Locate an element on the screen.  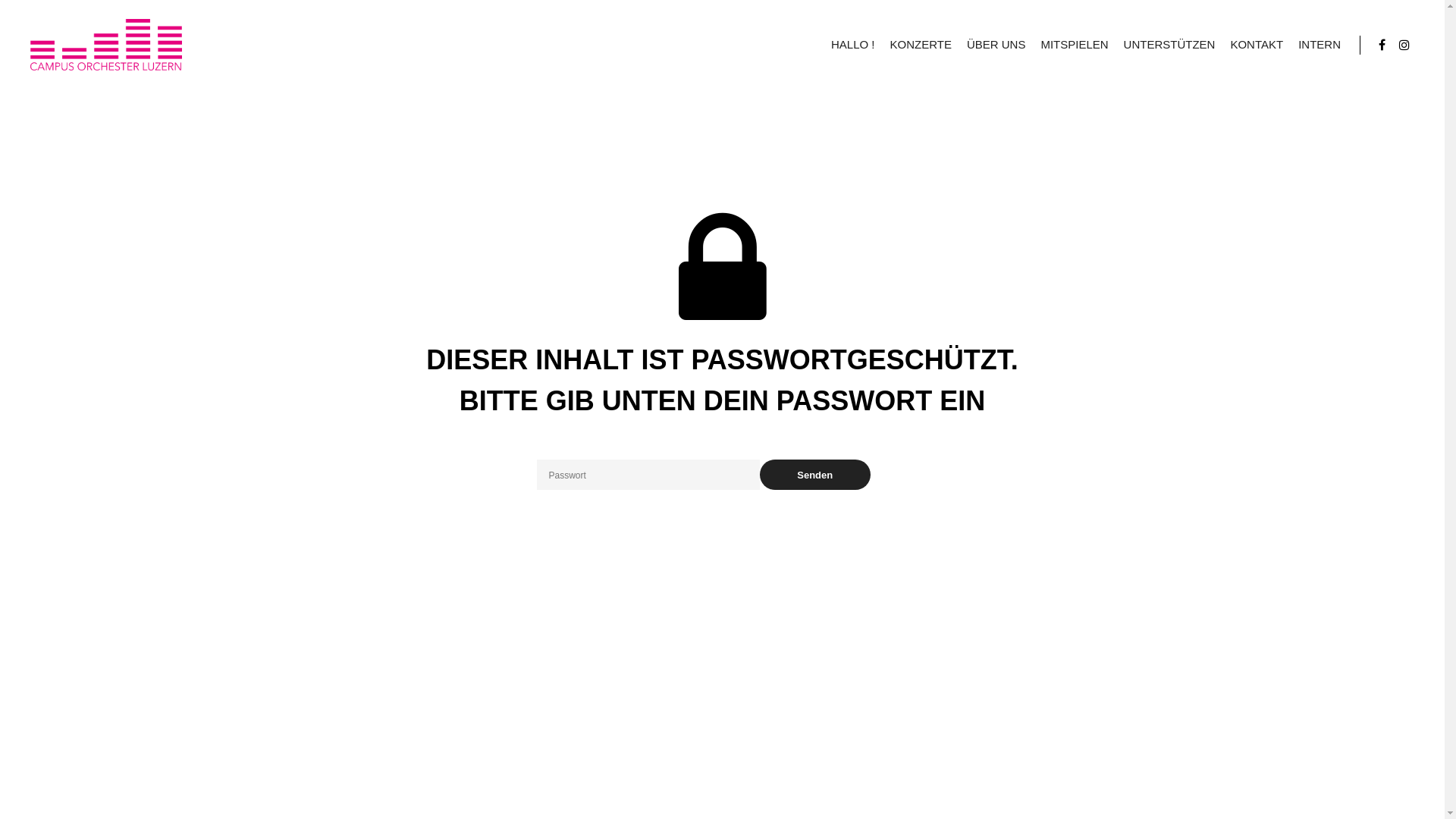
'Senden' is located at coordinates (814, 473).